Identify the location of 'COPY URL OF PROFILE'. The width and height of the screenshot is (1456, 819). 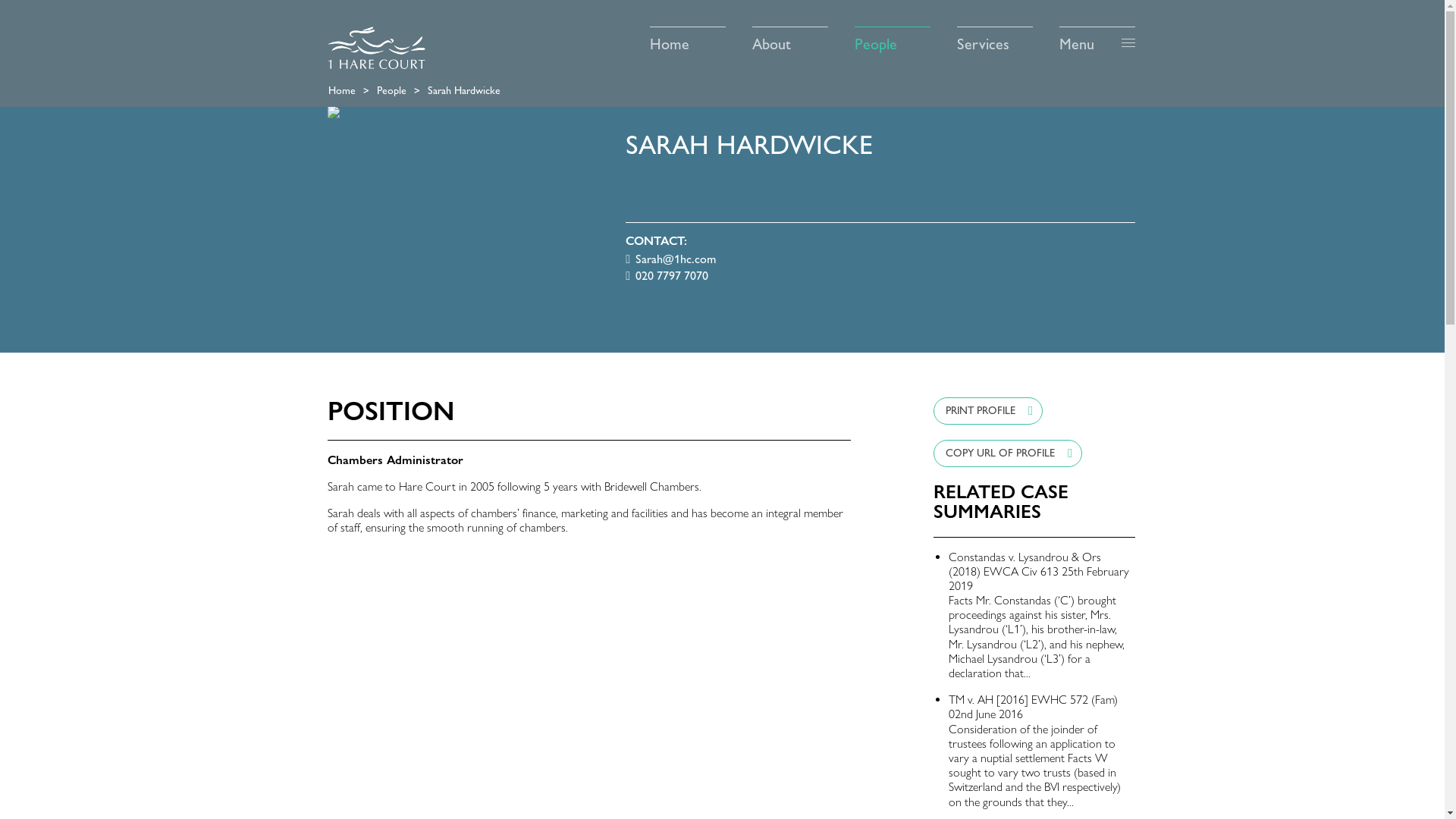
(932, 452).